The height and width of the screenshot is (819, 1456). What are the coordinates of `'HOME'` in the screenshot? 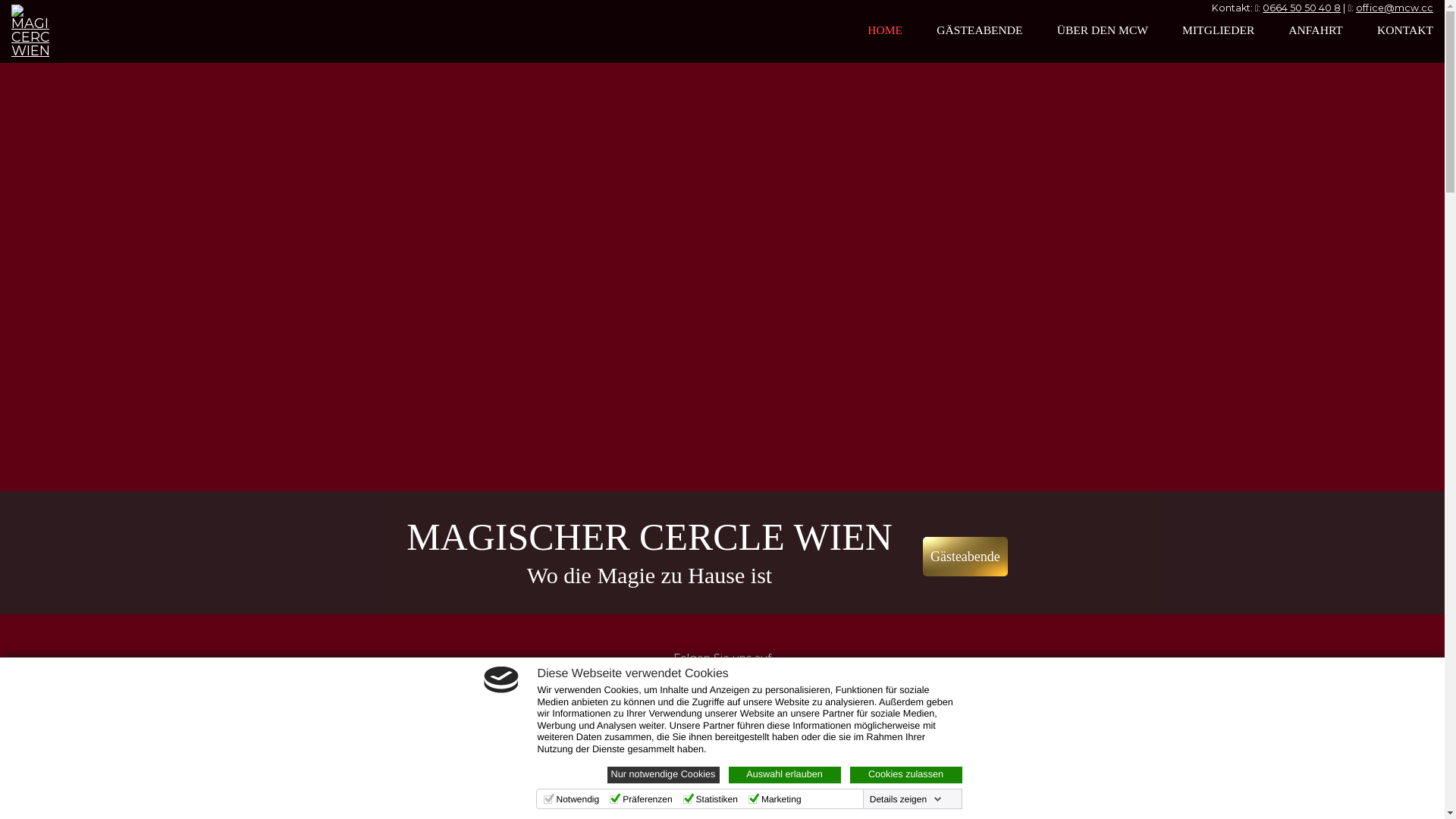 It's located at (884, 30).